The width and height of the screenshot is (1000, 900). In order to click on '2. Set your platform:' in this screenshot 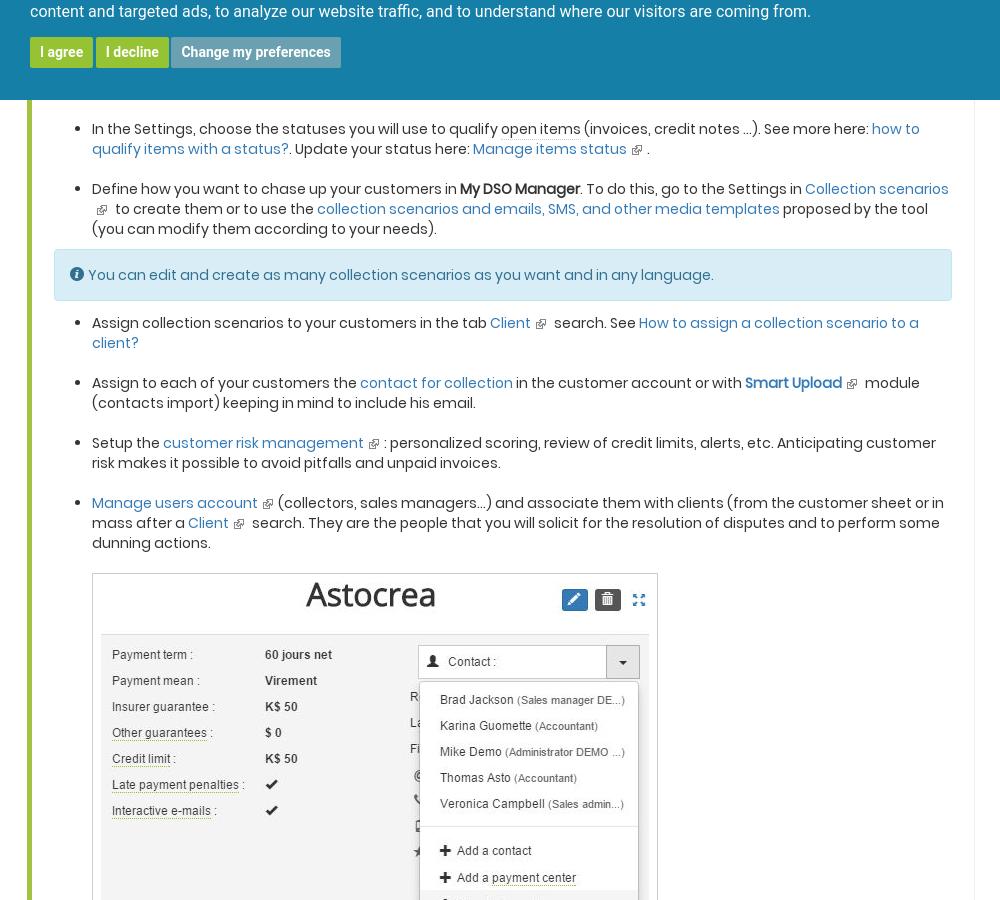, I will do `click(52, 22)`.